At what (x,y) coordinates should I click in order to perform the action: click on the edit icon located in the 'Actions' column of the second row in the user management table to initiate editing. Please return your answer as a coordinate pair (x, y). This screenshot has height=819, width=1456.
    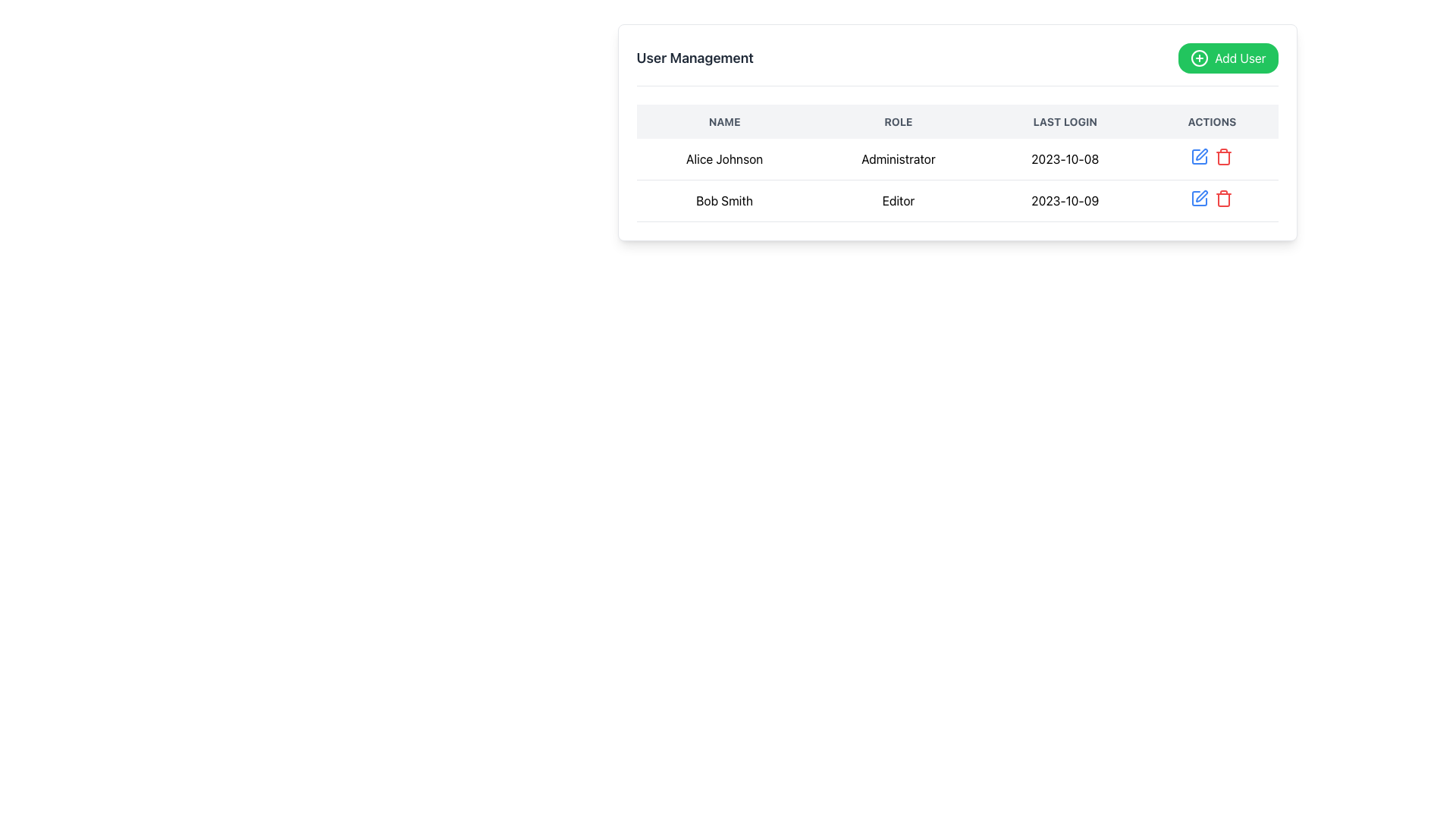
    Looking at the image, I should click on (1200, 155).